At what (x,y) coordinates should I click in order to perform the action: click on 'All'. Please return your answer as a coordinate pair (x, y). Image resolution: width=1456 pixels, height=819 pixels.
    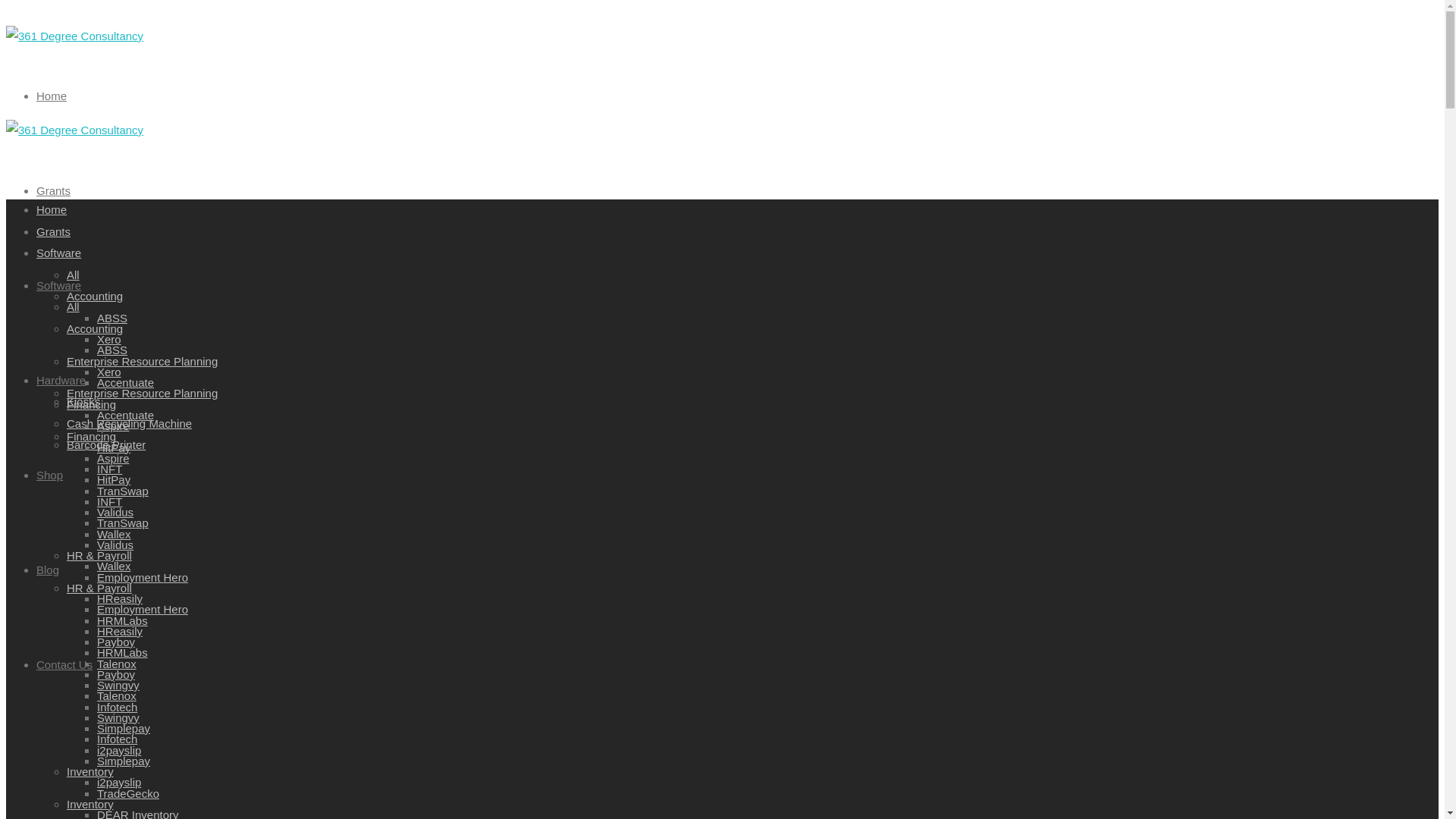
    Looking at the image, I should click on (65, 275).